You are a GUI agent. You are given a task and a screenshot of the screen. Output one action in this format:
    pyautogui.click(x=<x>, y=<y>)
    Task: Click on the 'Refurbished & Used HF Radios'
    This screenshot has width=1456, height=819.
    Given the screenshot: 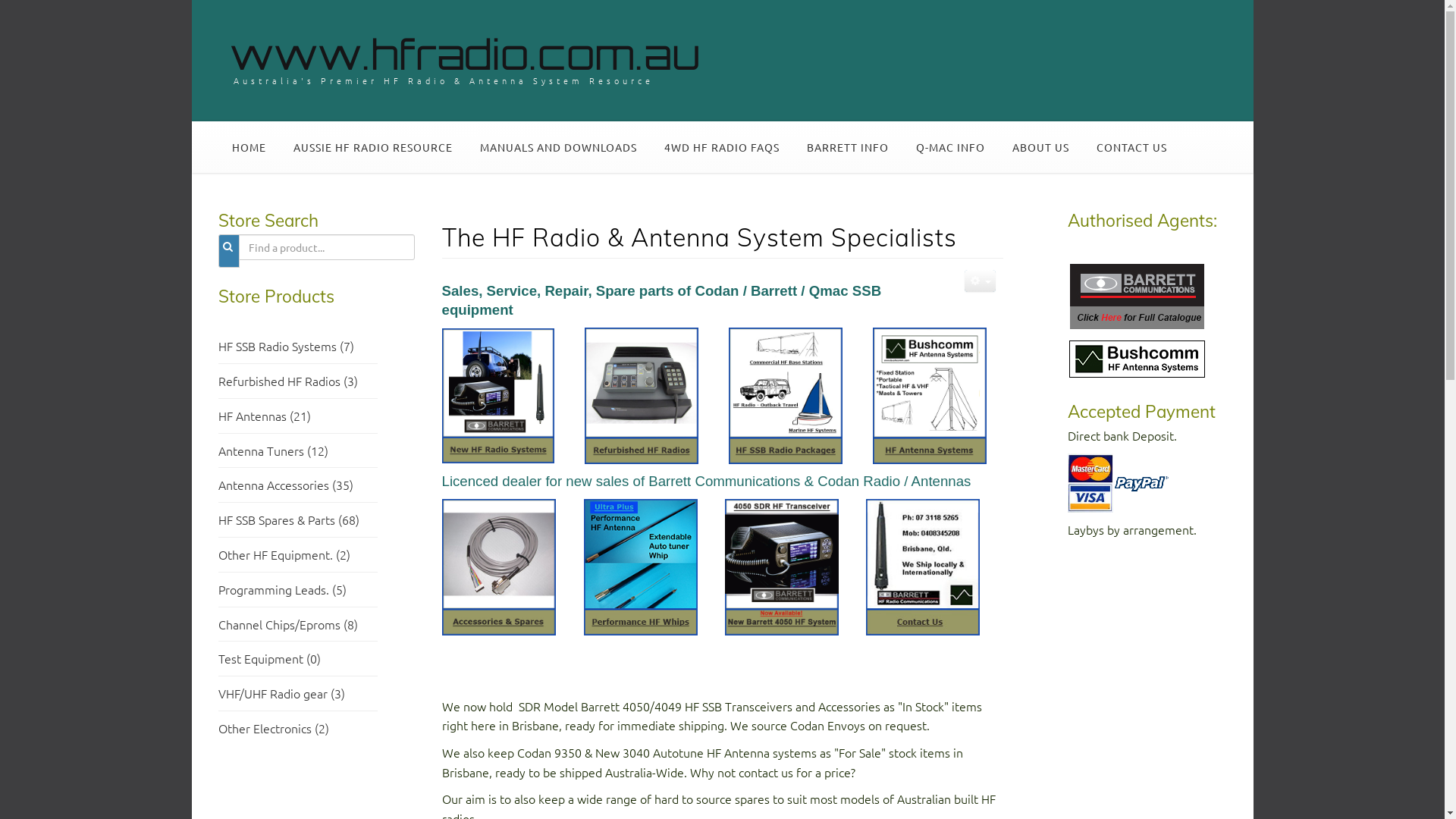 What is the action you would take?
    pyautogui.click(x=640, y=393)
    